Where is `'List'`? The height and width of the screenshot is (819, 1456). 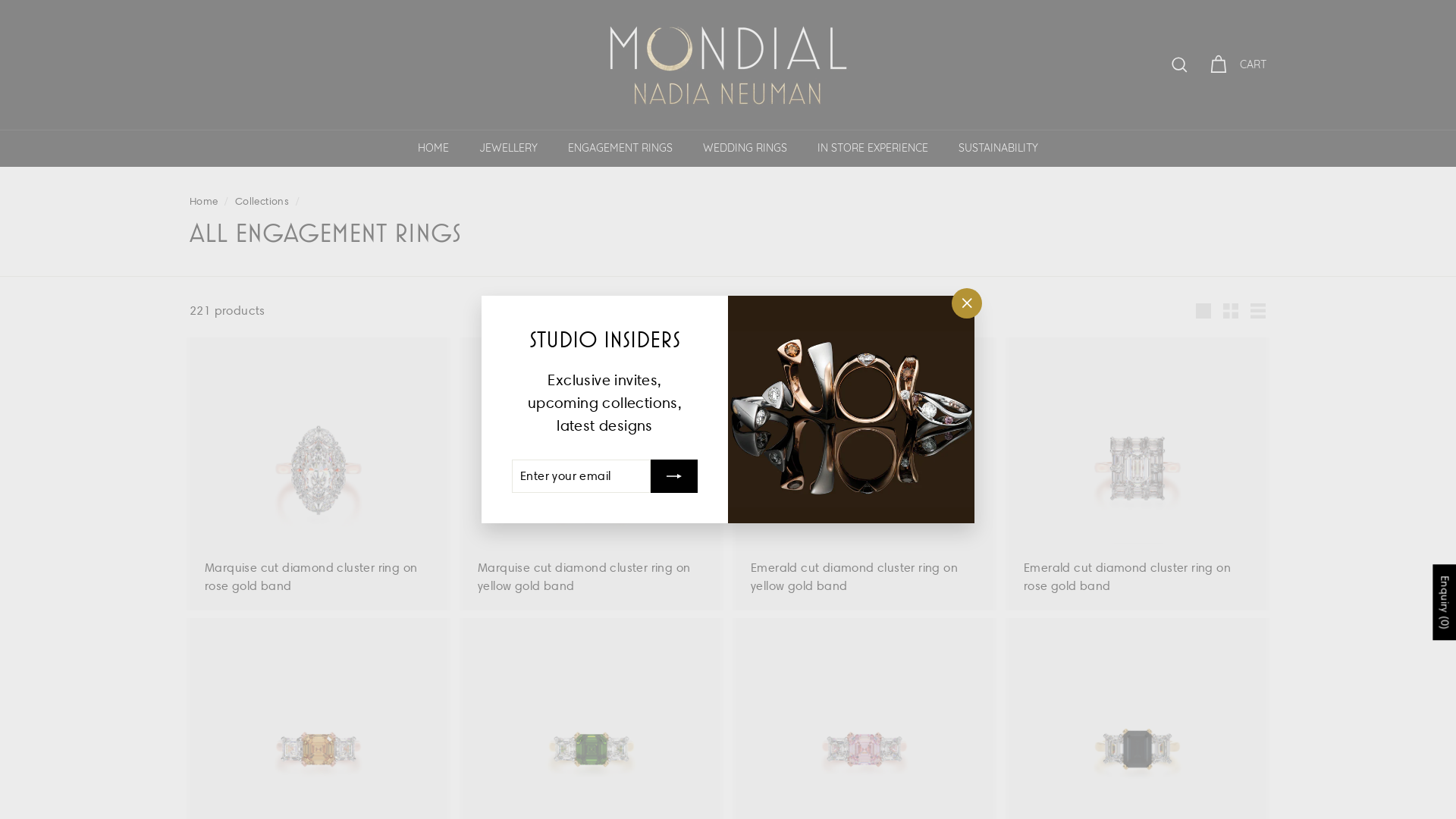 'List' is located at coordinates (1244, 309).